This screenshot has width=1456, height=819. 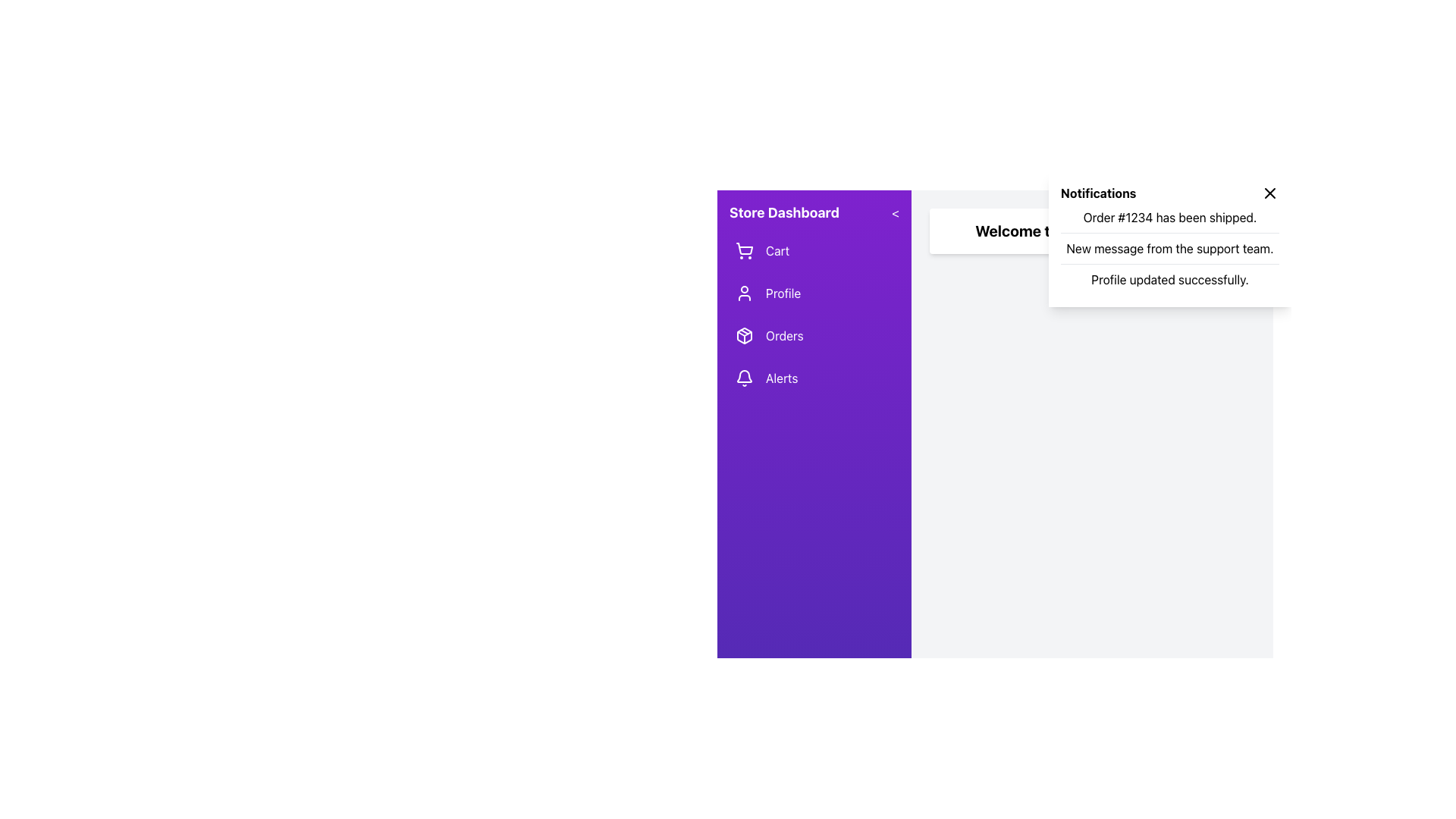 What do you see at coordinates (896, 213) in the screenshot?
I see `the back navigation button located in the top-right corner of the purple dashboard section` at bounding box center [896, 213].